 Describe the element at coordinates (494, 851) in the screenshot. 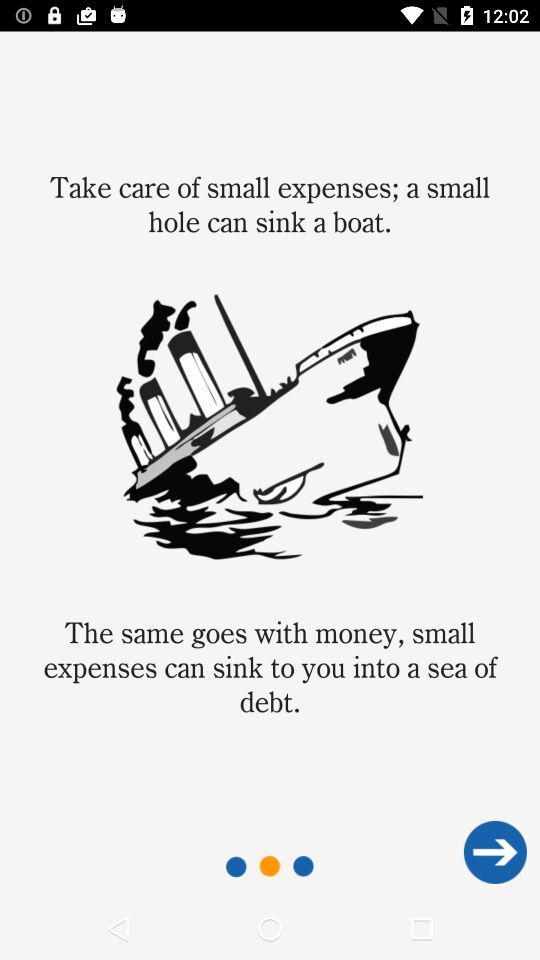

I see `the arrow_forward icon` at that location.